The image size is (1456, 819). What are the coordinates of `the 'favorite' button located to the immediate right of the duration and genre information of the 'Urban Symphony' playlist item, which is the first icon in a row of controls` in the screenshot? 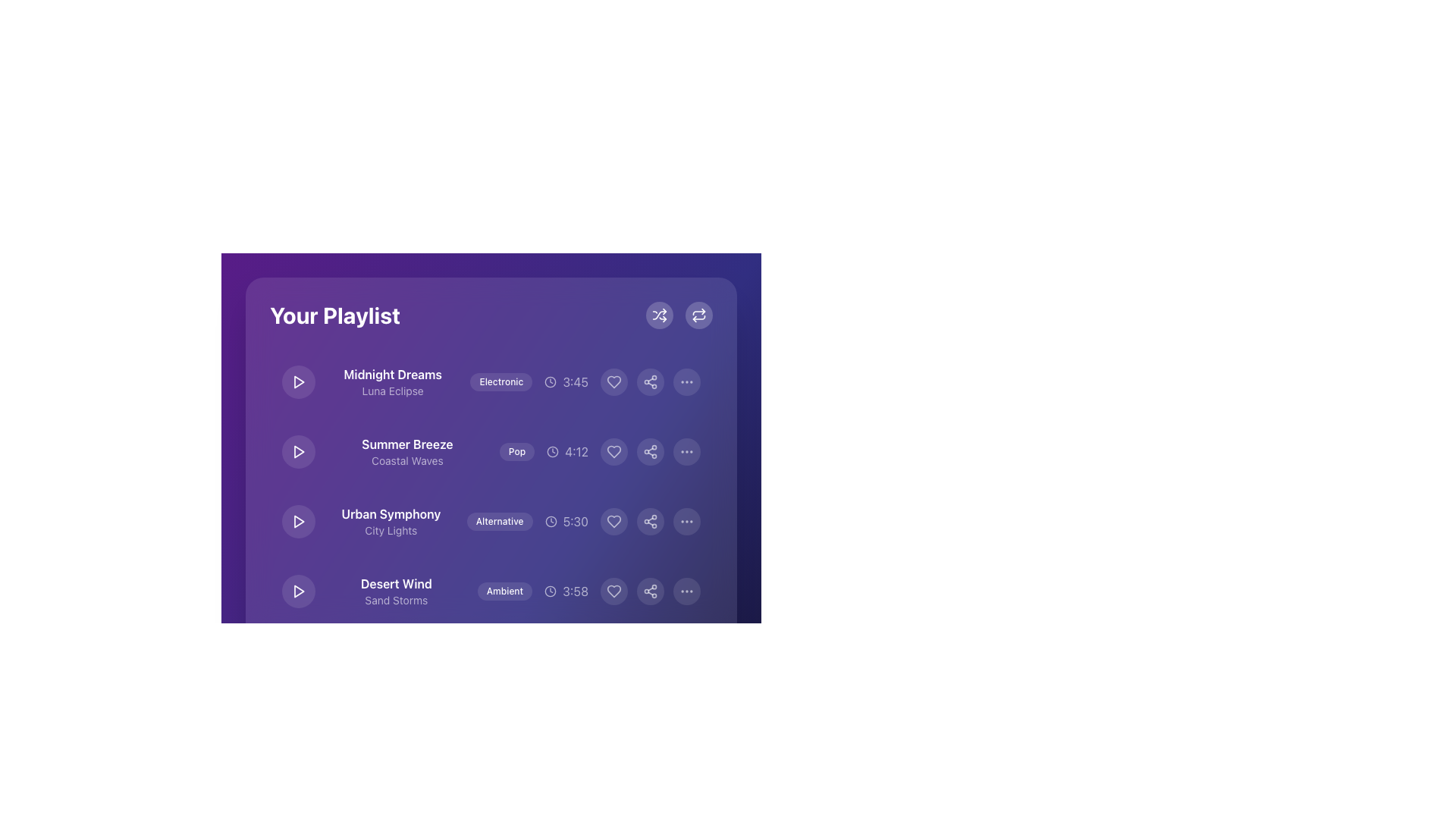 It's located at (614, 520).